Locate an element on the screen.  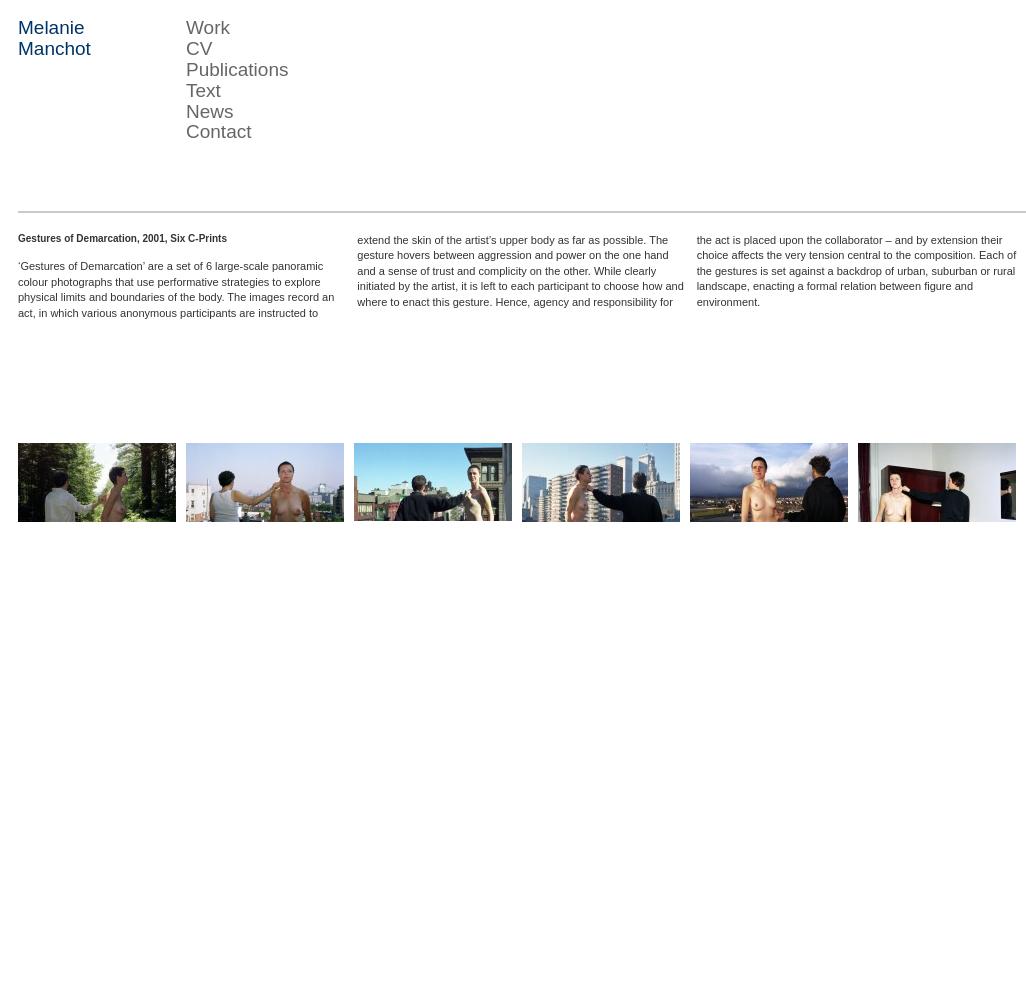
'CV' is located at coordinates (198, 47).